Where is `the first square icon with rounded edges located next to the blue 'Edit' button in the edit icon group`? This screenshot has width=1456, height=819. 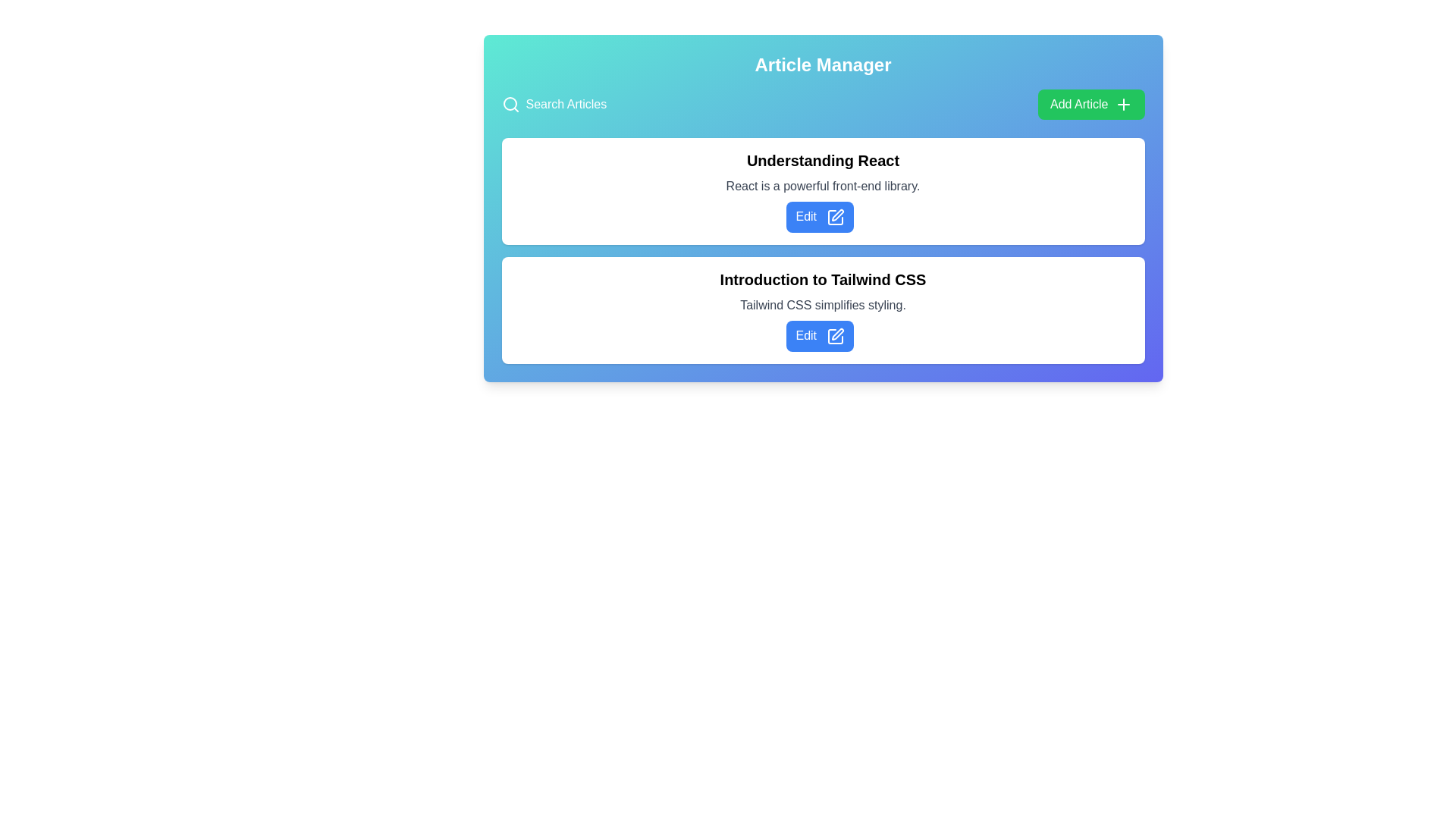
the first square icon with rounded edges located next to the blue 'Edit' button in the edit icon group is located at coordinates (834, 217).